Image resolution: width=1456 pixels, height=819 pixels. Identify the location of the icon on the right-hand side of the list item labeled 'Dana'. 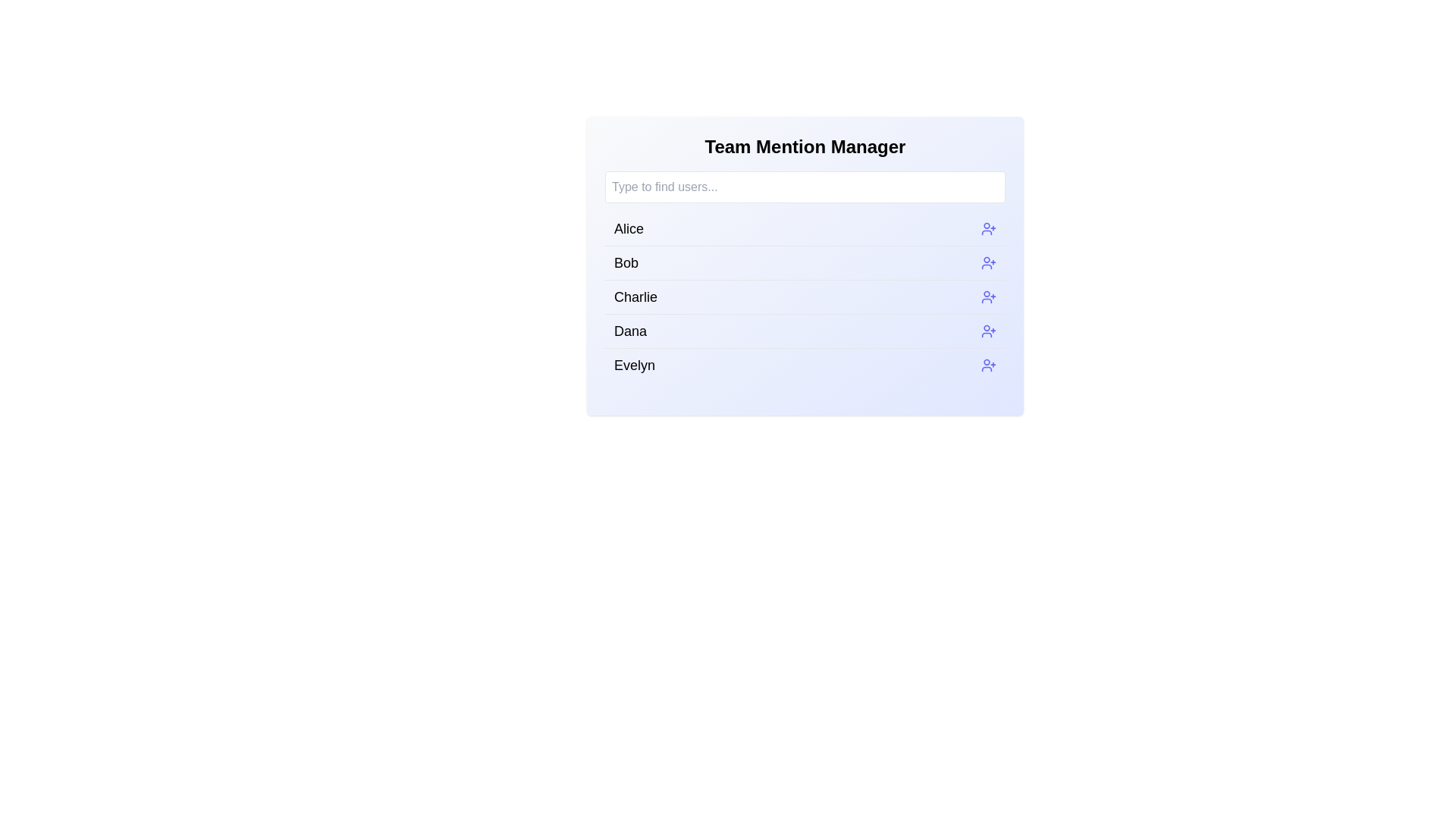
(989, 330).